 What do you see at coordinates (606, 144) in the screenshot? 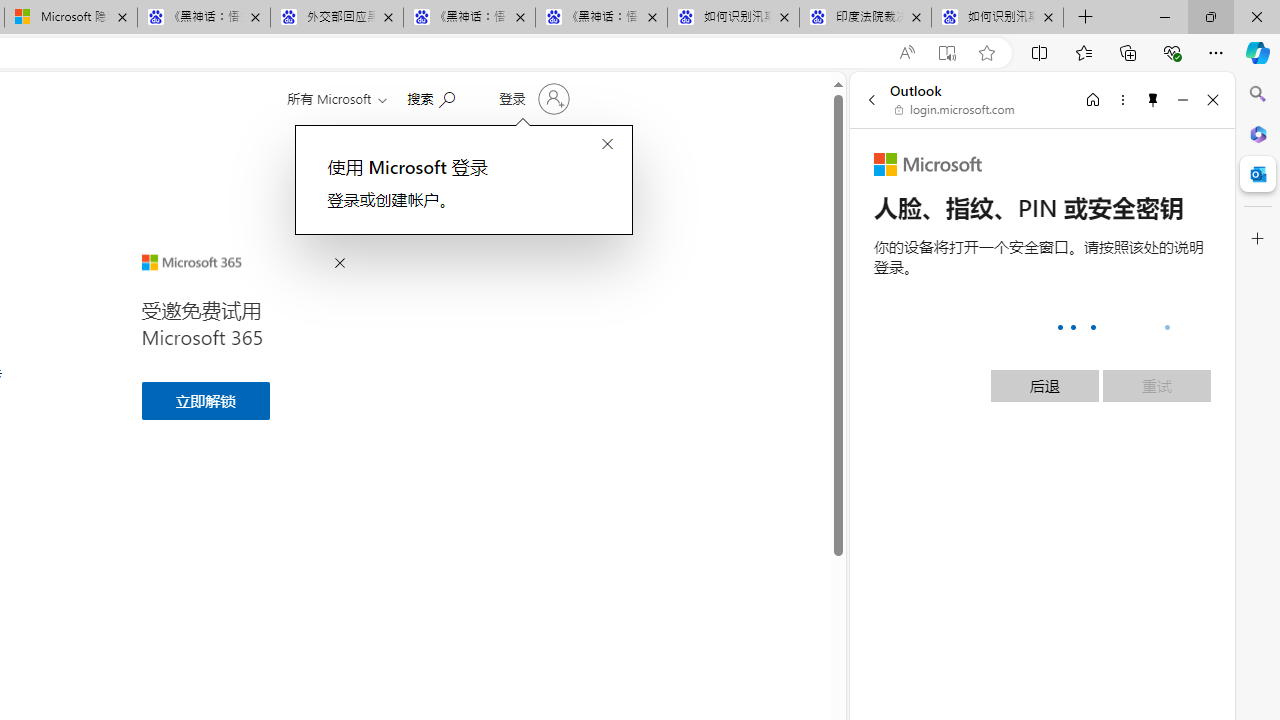
I see `'Close callout prompt.'` at bounding box center [606, 144].